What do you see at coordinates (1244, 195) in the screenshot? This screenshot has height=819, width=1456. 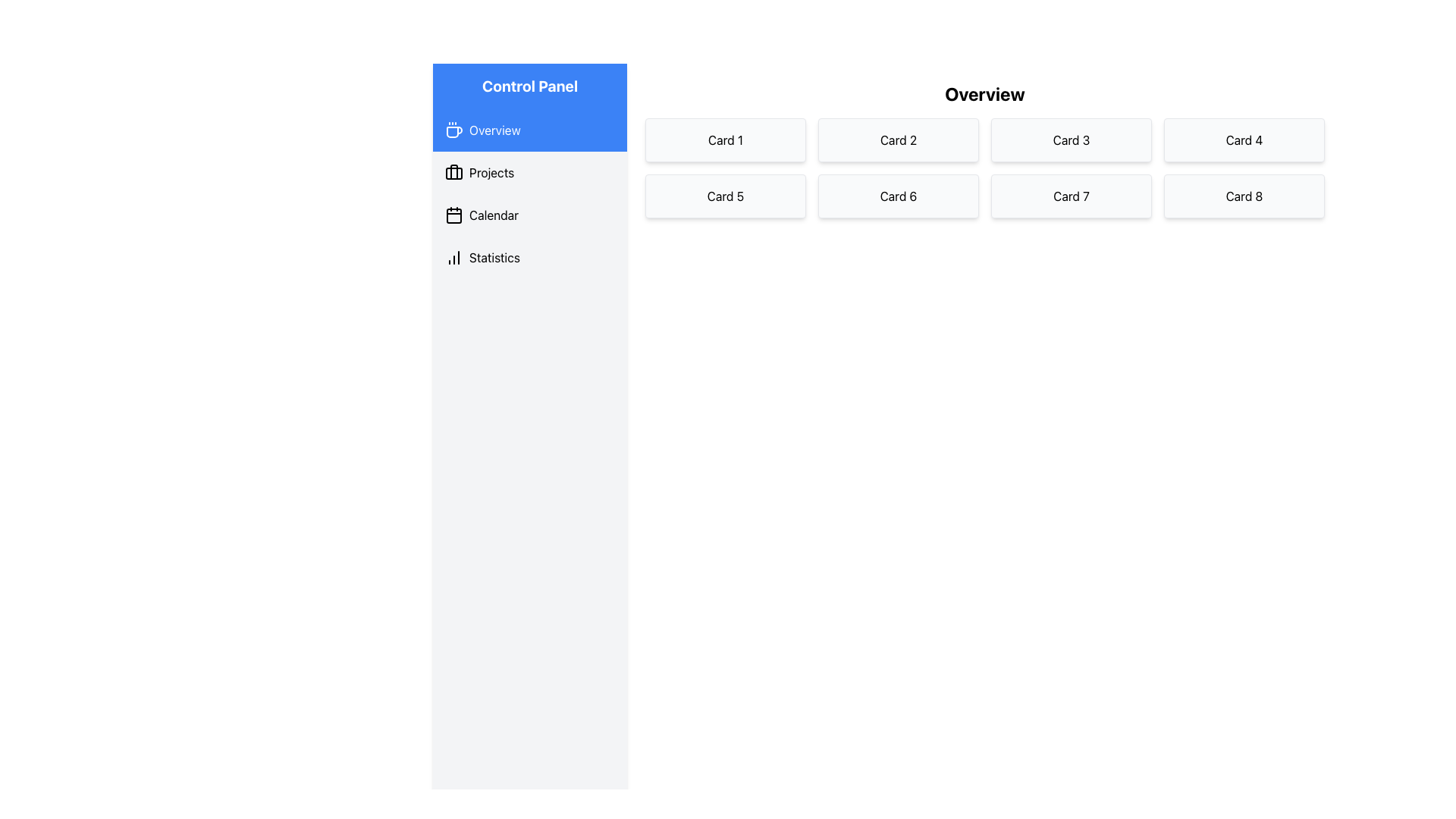 I see `the content display box associated with 'Card 8' in the bottom-right corner of the grid` at bounding box center [1244, 195].